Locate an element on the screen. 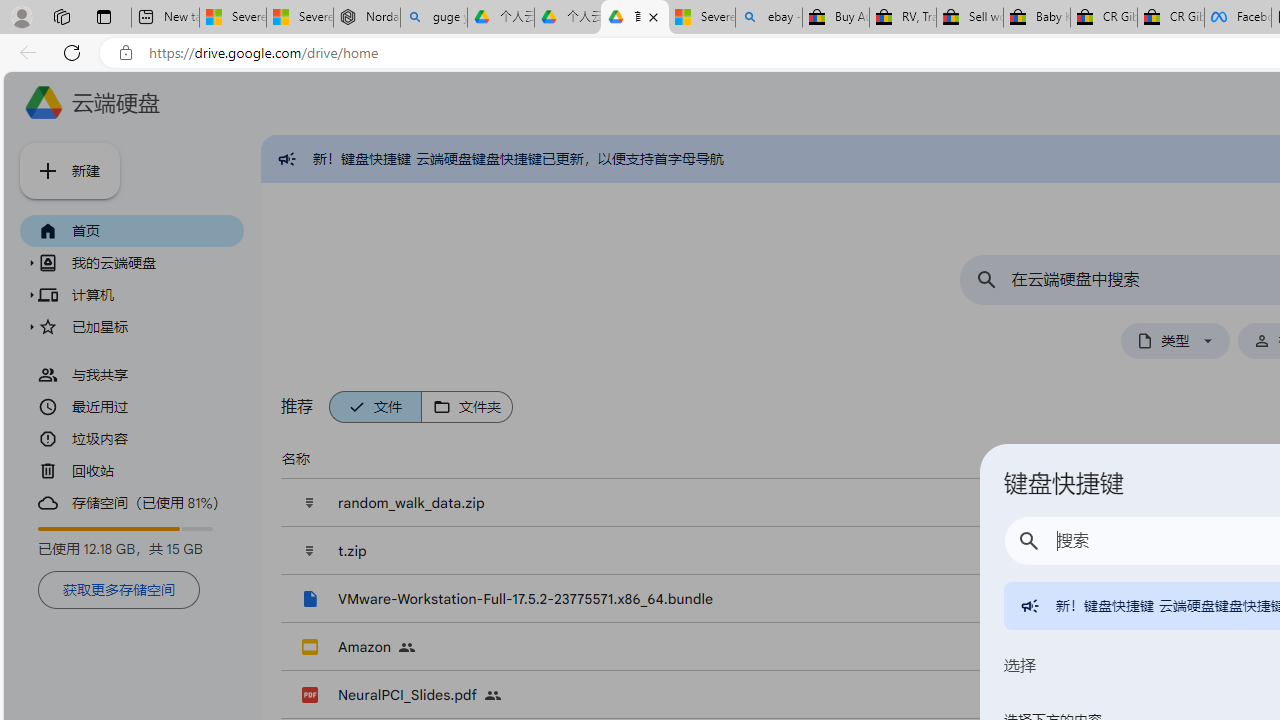 This screenshot has height=720, width=1280. 'Facebook' is located at coordinates (1236, 17).